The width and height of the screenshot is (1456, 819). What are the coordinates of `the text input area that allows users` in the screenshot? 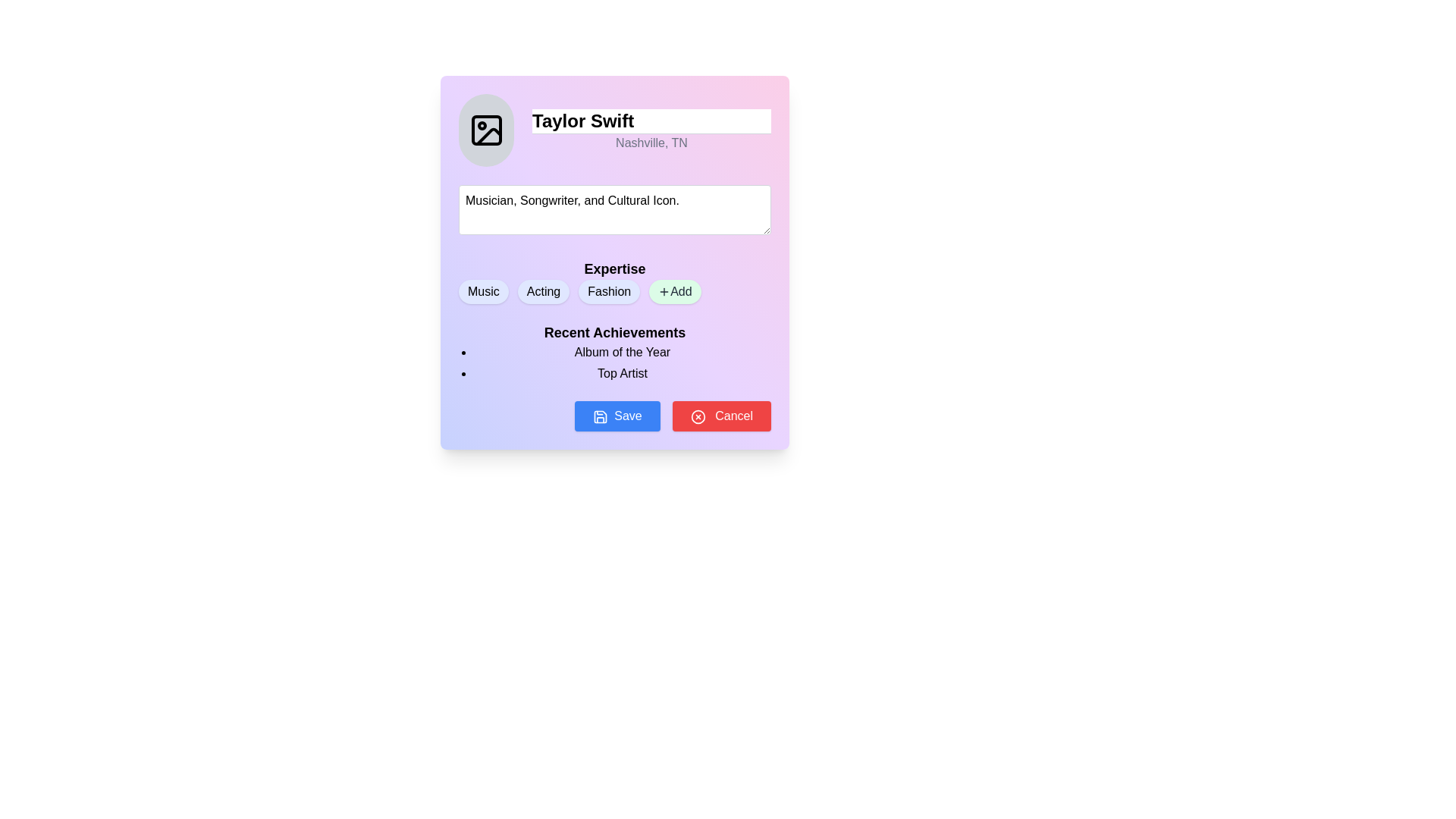 It's located at (615, 212).